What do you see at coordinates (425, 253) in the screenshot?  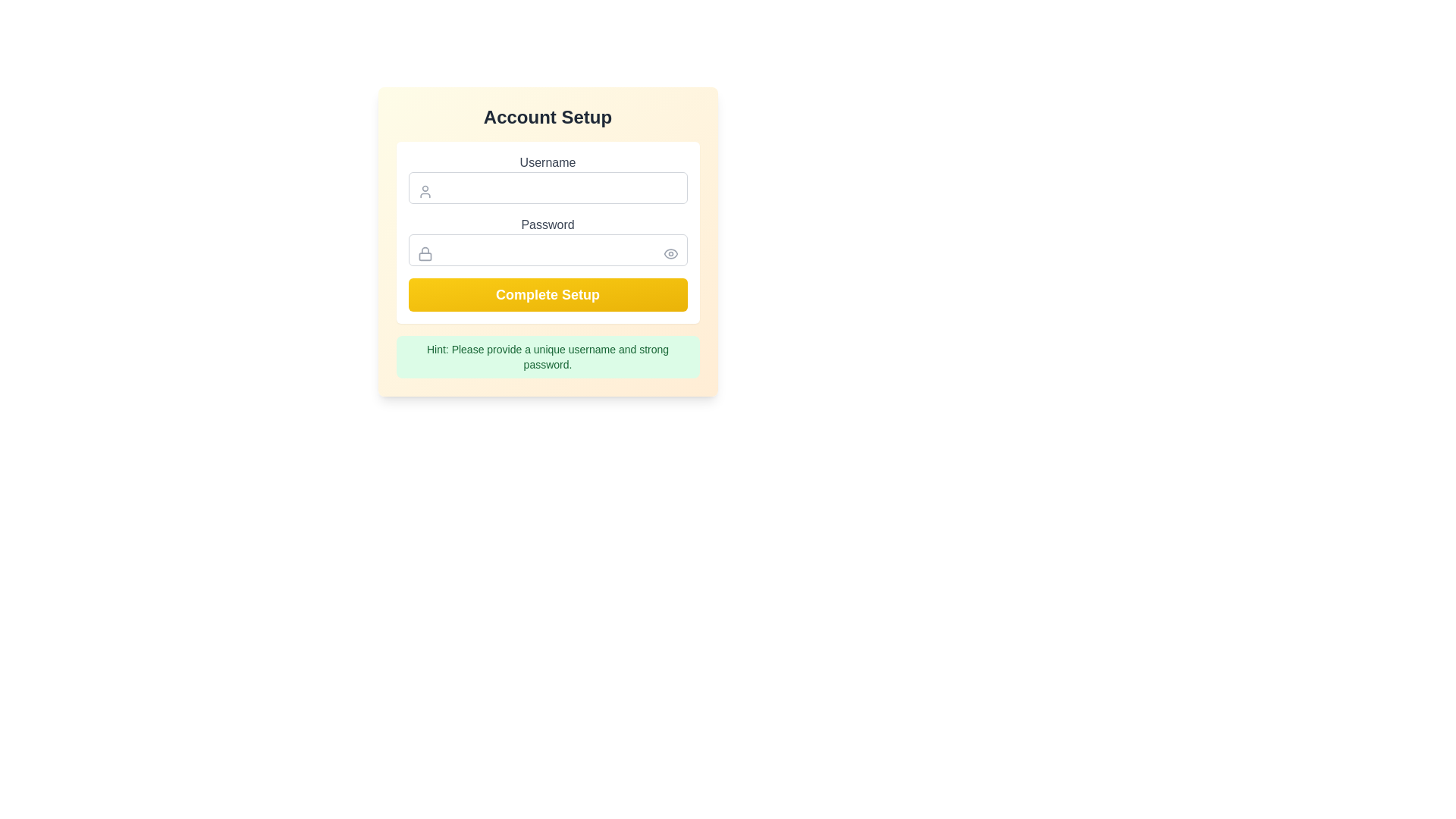 I see `the lock icon located on the left side of the password input field in the 'Account Setup' section to identify the password field` at bounding box center [425, 253].